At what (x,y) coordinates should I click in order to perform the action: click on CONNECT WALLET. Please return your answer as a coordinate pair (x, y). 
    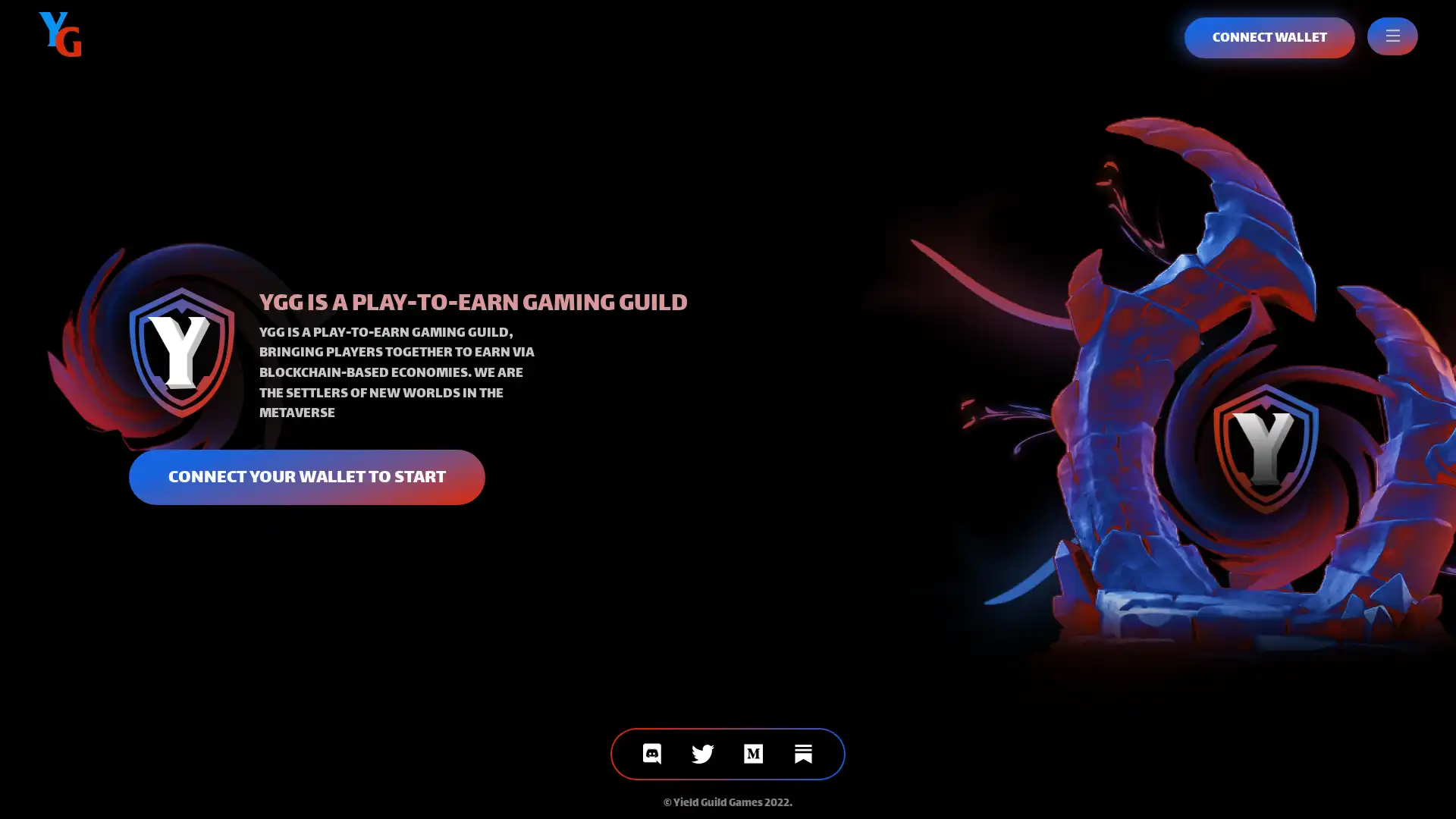
    Looking at the image, I should click on (1269, 37).